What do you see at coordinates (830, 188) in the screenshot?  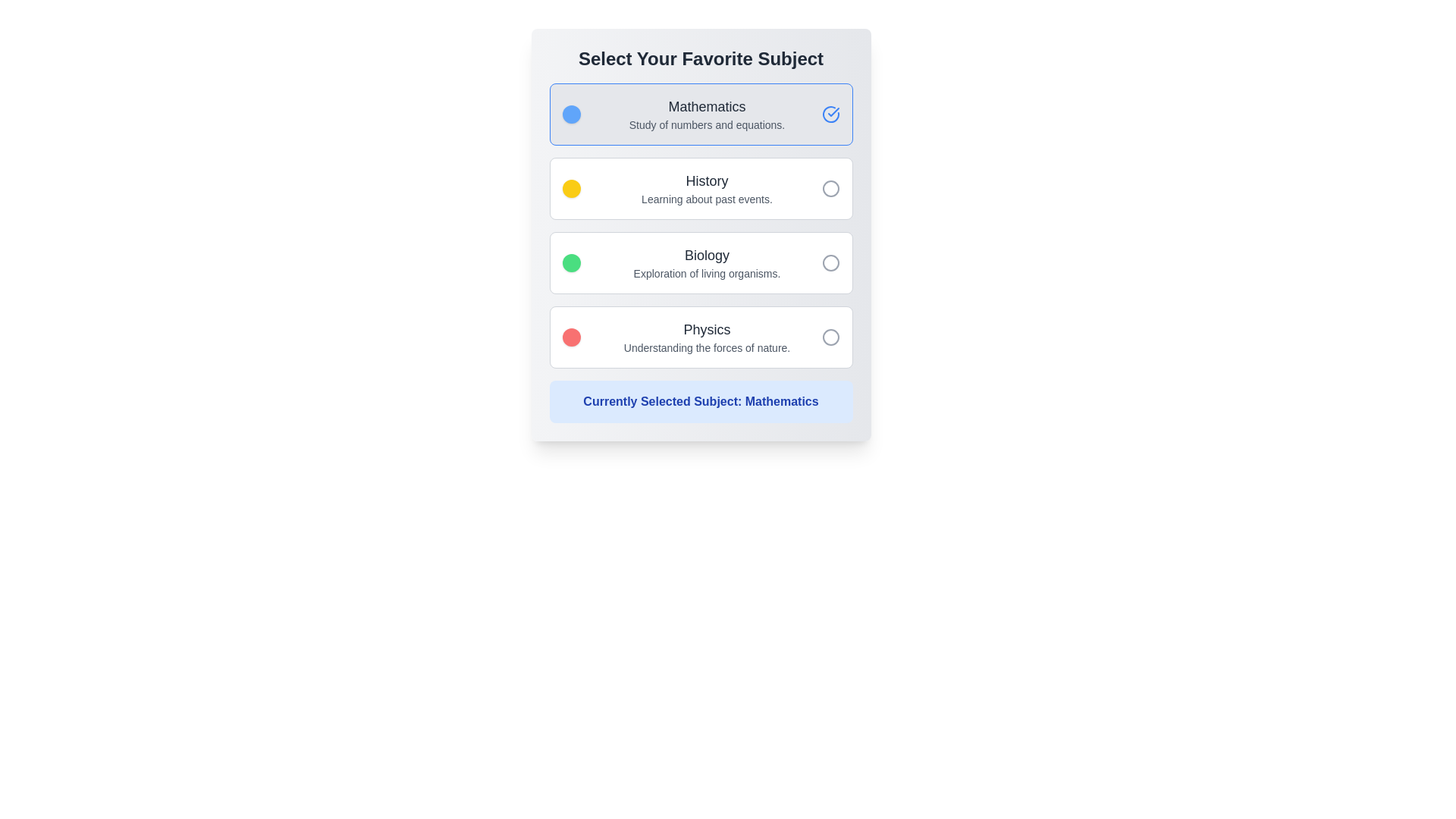 I see `the outlined circular gray icon associated with the 'History' item` at bounding box center [830, 188].